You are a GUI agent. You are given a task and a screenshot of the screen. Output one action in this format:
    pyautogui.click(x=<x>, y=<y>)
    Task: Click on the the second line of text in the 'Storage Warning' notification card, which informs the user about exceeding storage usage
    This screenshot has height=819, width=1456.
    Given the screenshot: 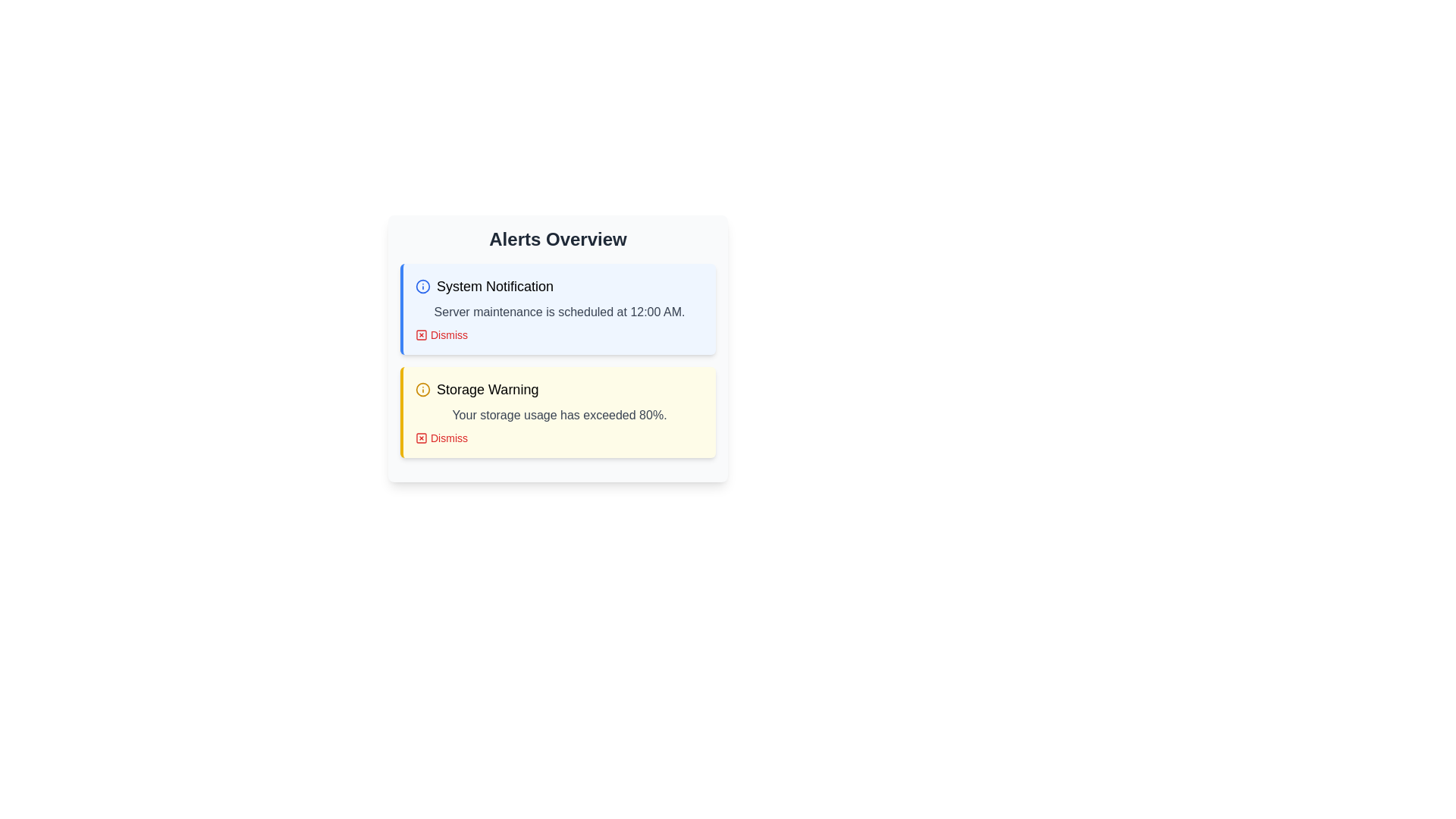 What is the action you would take?
    pyautogui.click(x=559, y=415)
    